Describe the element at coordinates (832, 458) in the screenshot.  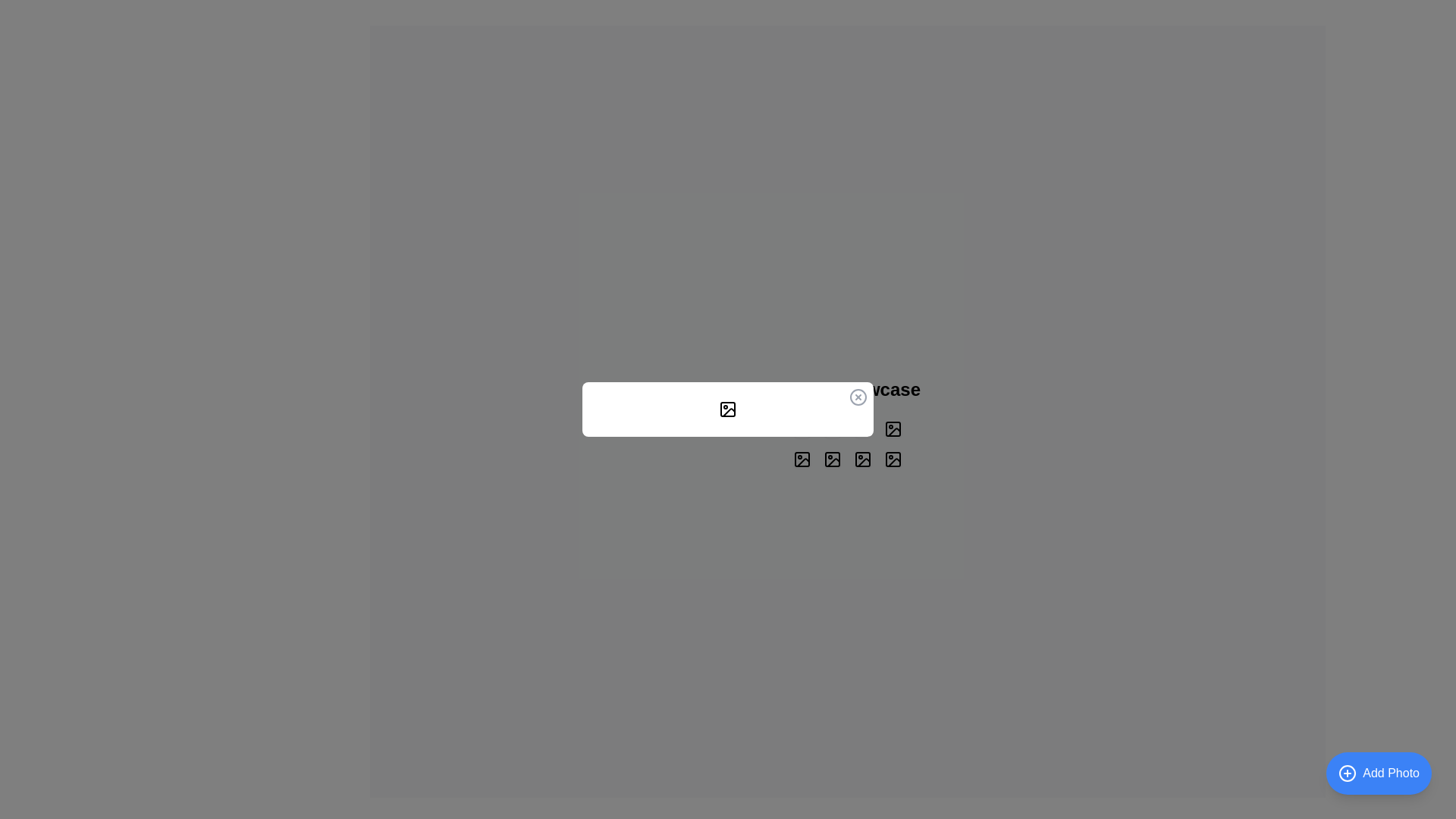
I see `the zoom-in button with a black background and white content in the third column and third row of the grid layout to magnify the content` at that location.